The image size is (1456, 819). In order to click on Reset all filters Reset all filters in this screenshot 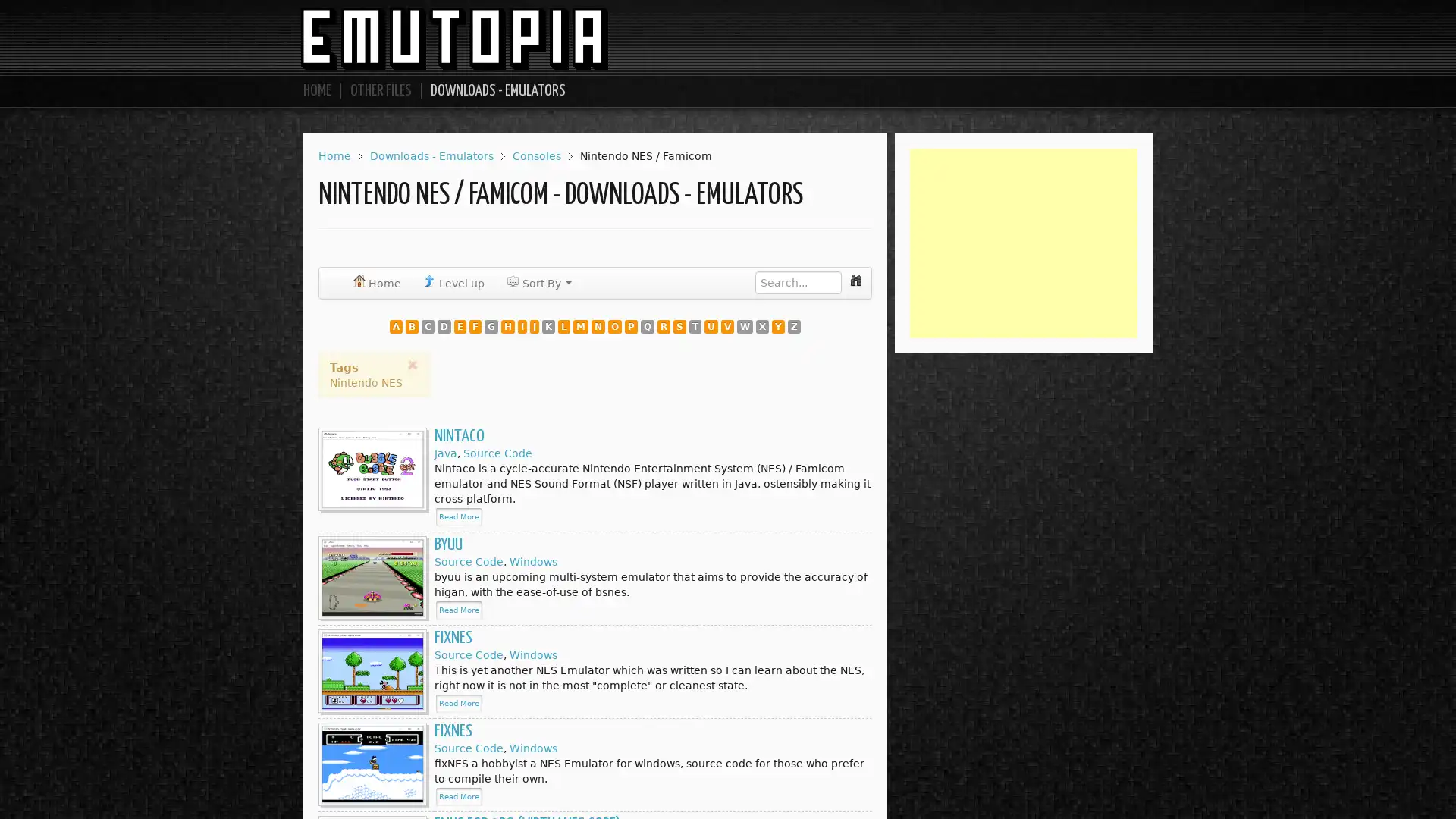, I will do `click(751, 325)`.